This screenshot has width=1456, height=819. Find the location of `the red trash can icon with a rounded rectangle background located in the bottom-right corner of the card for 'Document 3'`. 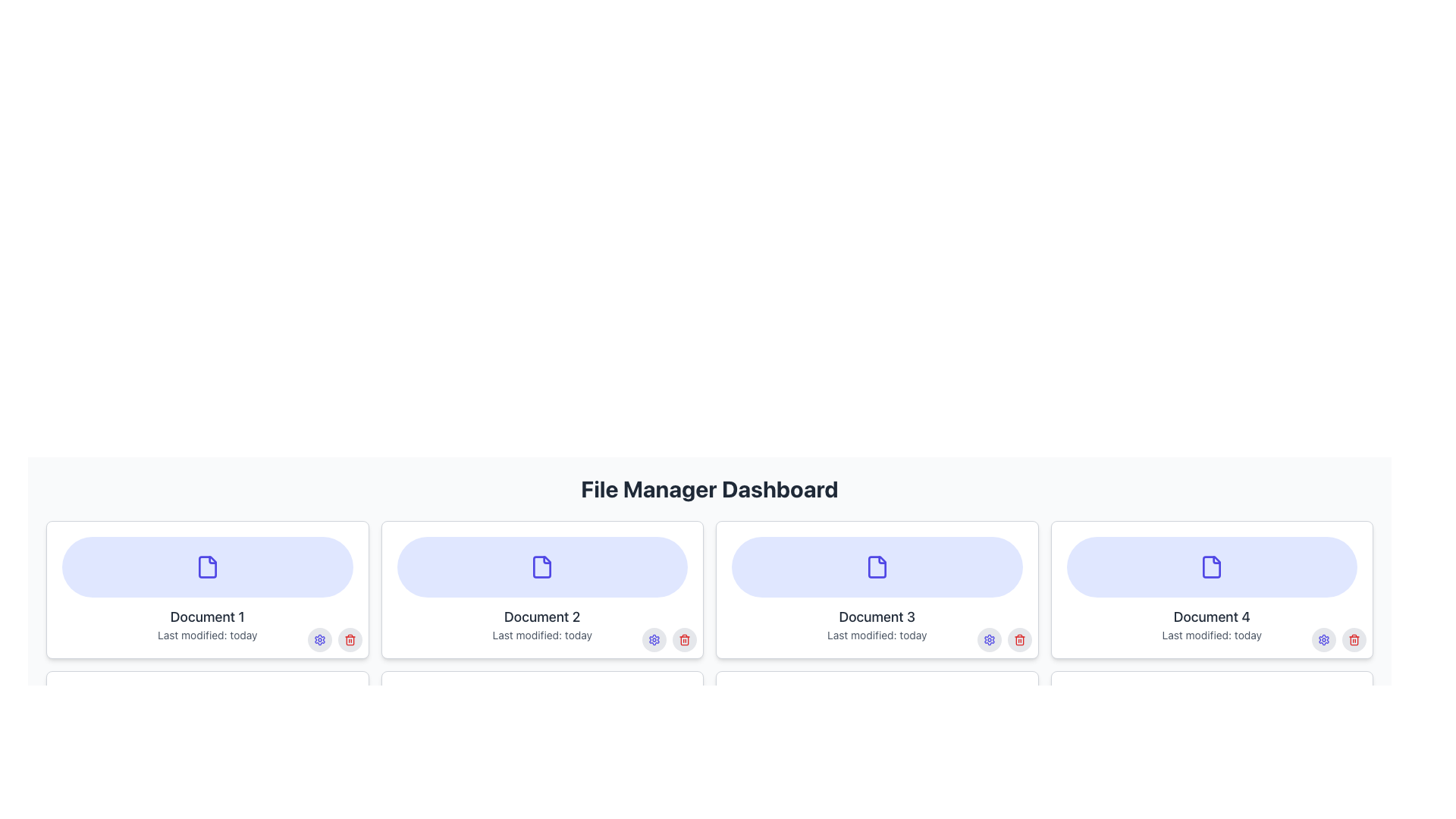

the red trash can icon with a rounded rectangle background located in the bottom-right corner of the card for 'Document 3' is located at coordinates (1019, 640).